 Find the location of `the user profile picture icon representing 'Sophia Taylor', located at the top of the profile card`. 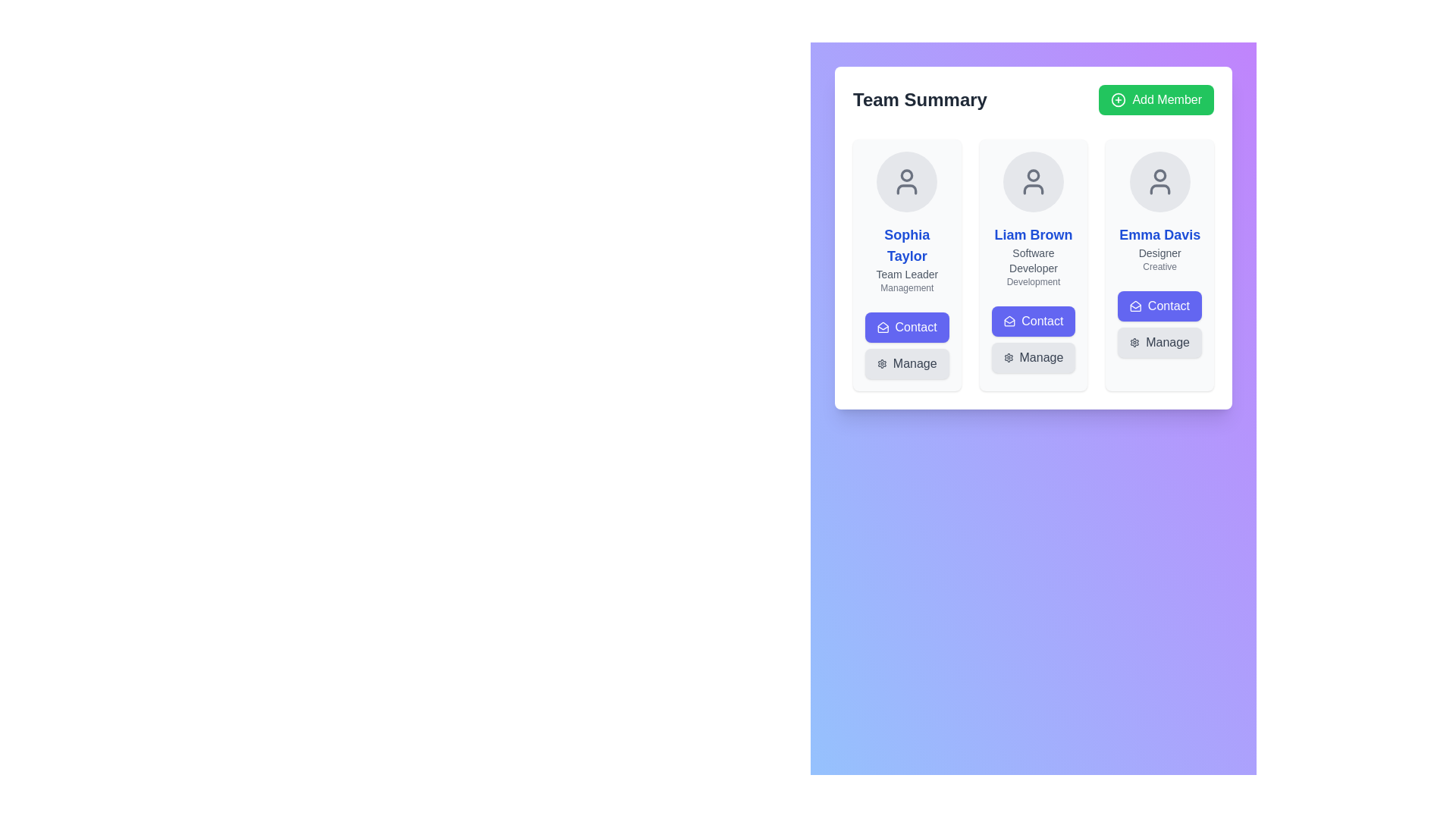

the user profile picture icon representing 'Sophia Taylor', located at the top of the profile card is located at coordinates (907, 180).